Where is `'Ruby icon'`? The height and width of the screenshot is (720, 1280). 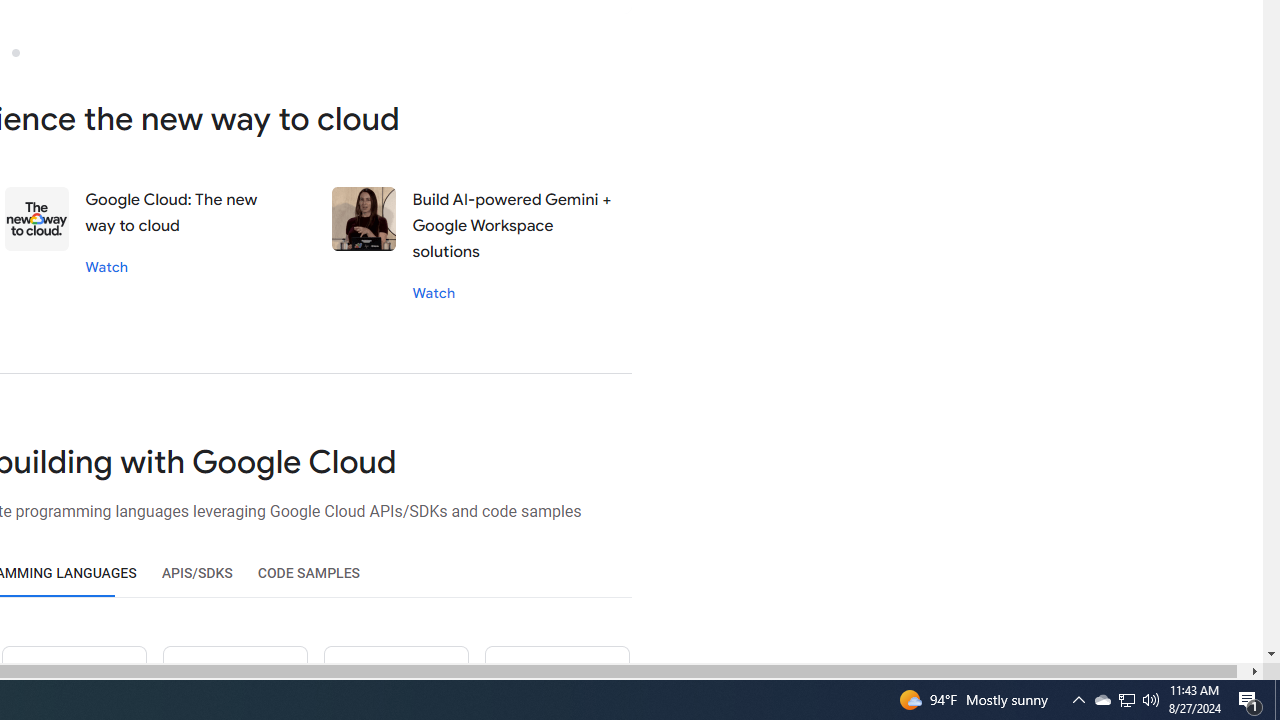
'Ruby icon' is located at coordinates (235, 681).